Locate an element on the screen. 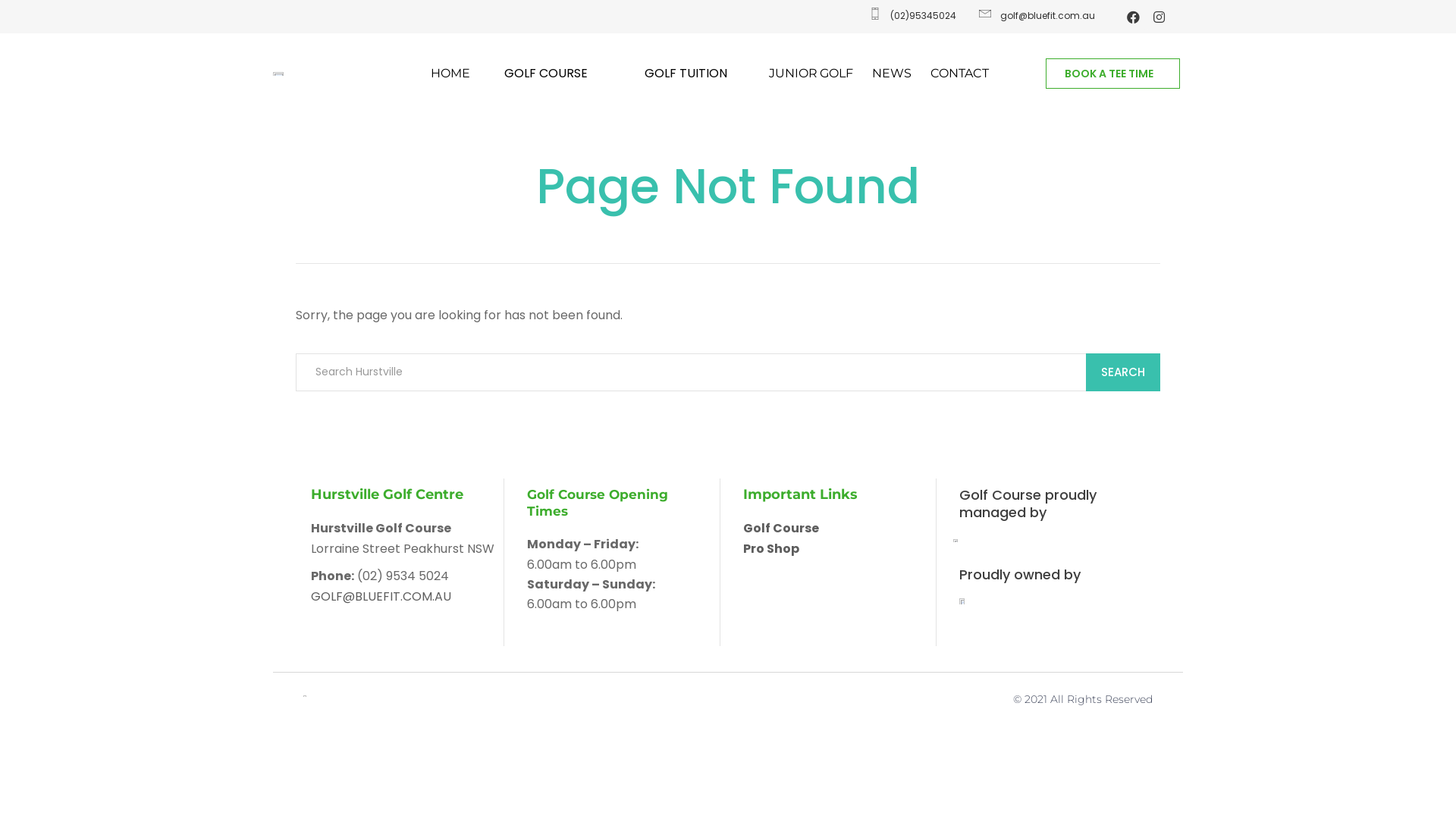 Image resolution: width=1456 pixels, height=819 pixels. 'NEWS' is located at coordinates (892, 73).